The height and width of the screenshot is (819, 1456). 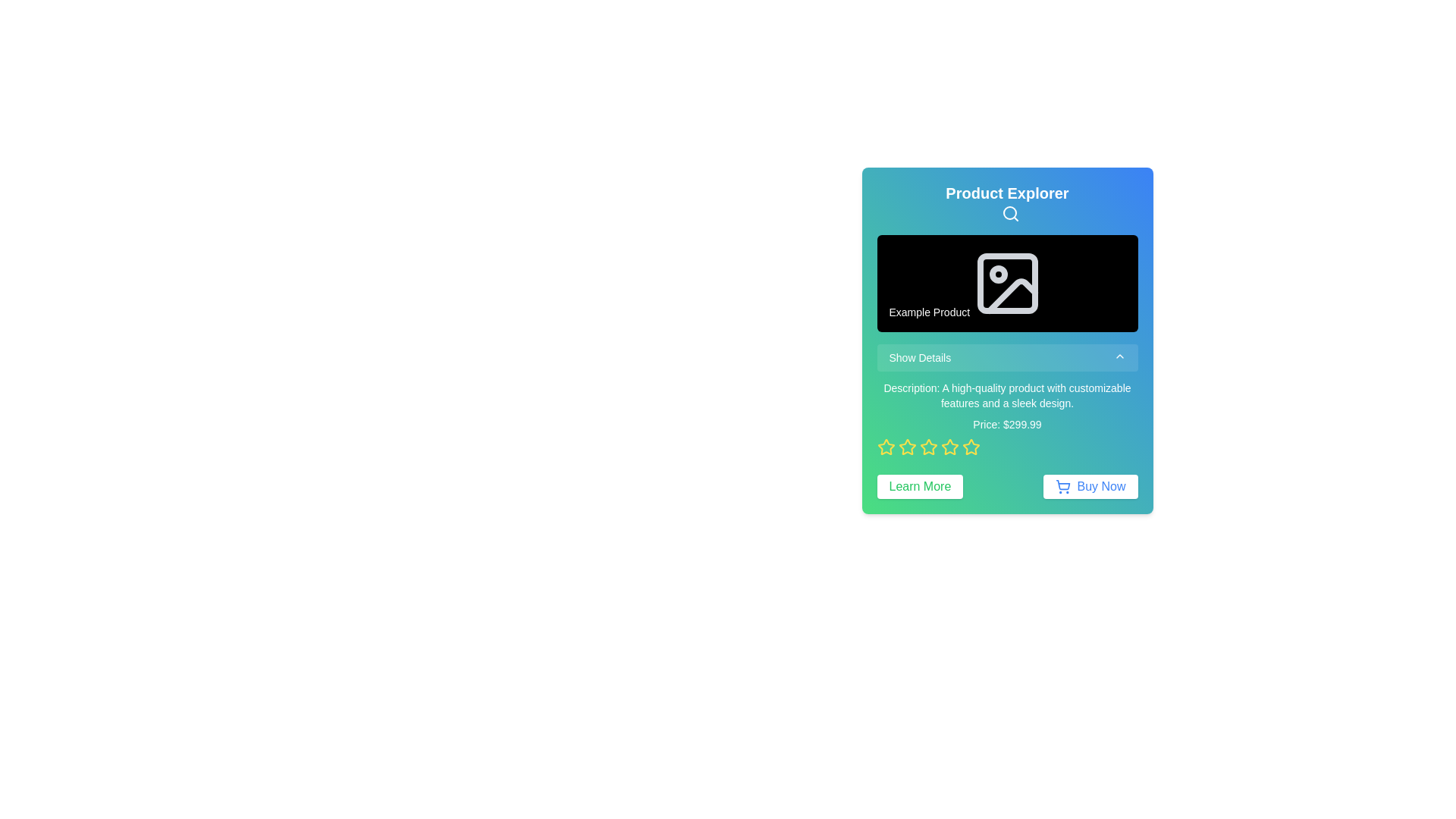 What do you see at coordinates (971, 446) in the screenshot?
I see `the sixth star-shaped rating icon with a yellow border in the horizontal sequence of eight stars, located below the product description and price` at bounding box center [971, 446].